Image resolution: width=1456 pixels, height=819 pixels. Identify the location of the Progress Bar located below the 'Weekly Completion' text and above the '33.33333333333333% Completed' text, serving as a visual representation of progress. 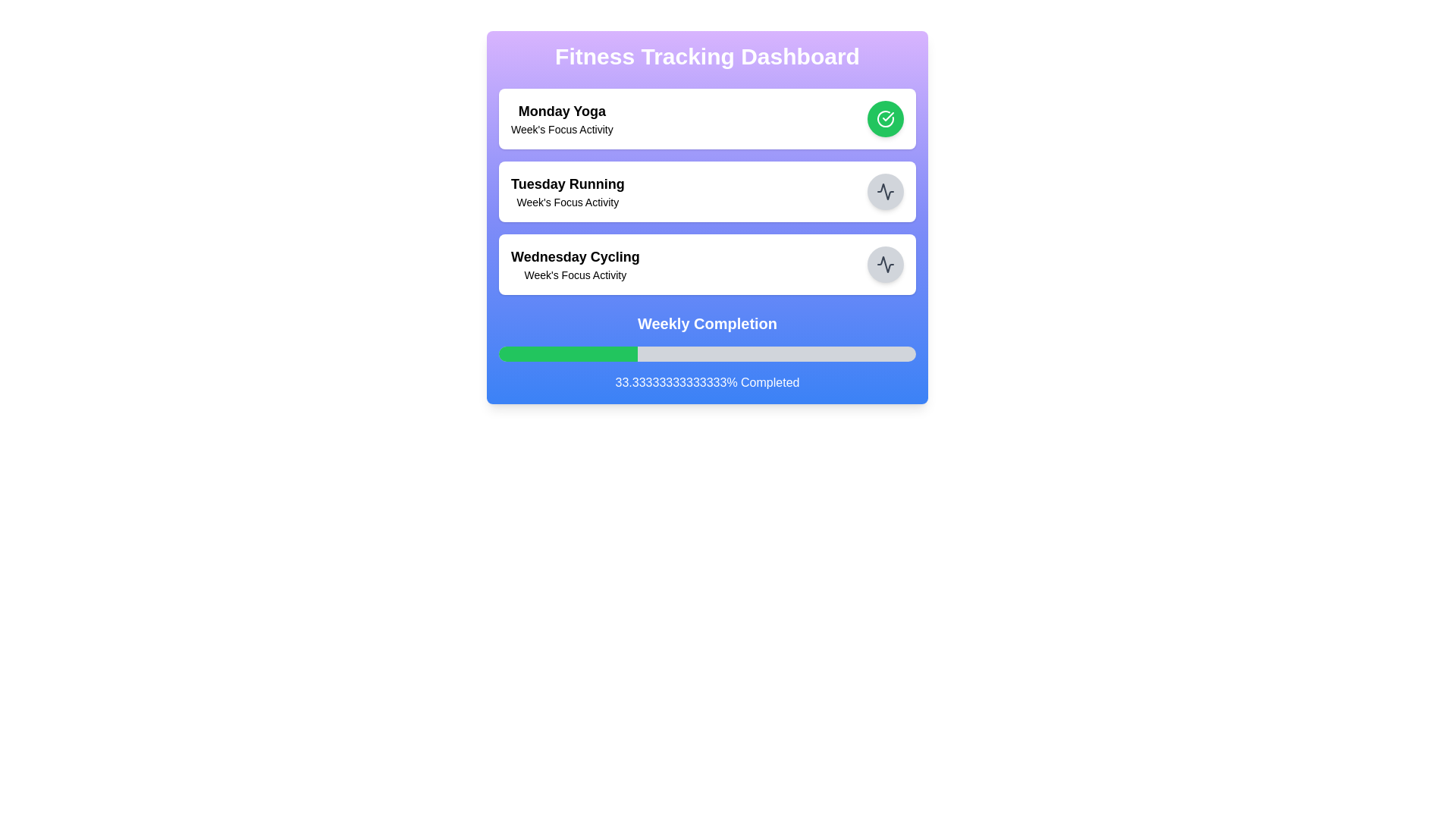
(706, 353).